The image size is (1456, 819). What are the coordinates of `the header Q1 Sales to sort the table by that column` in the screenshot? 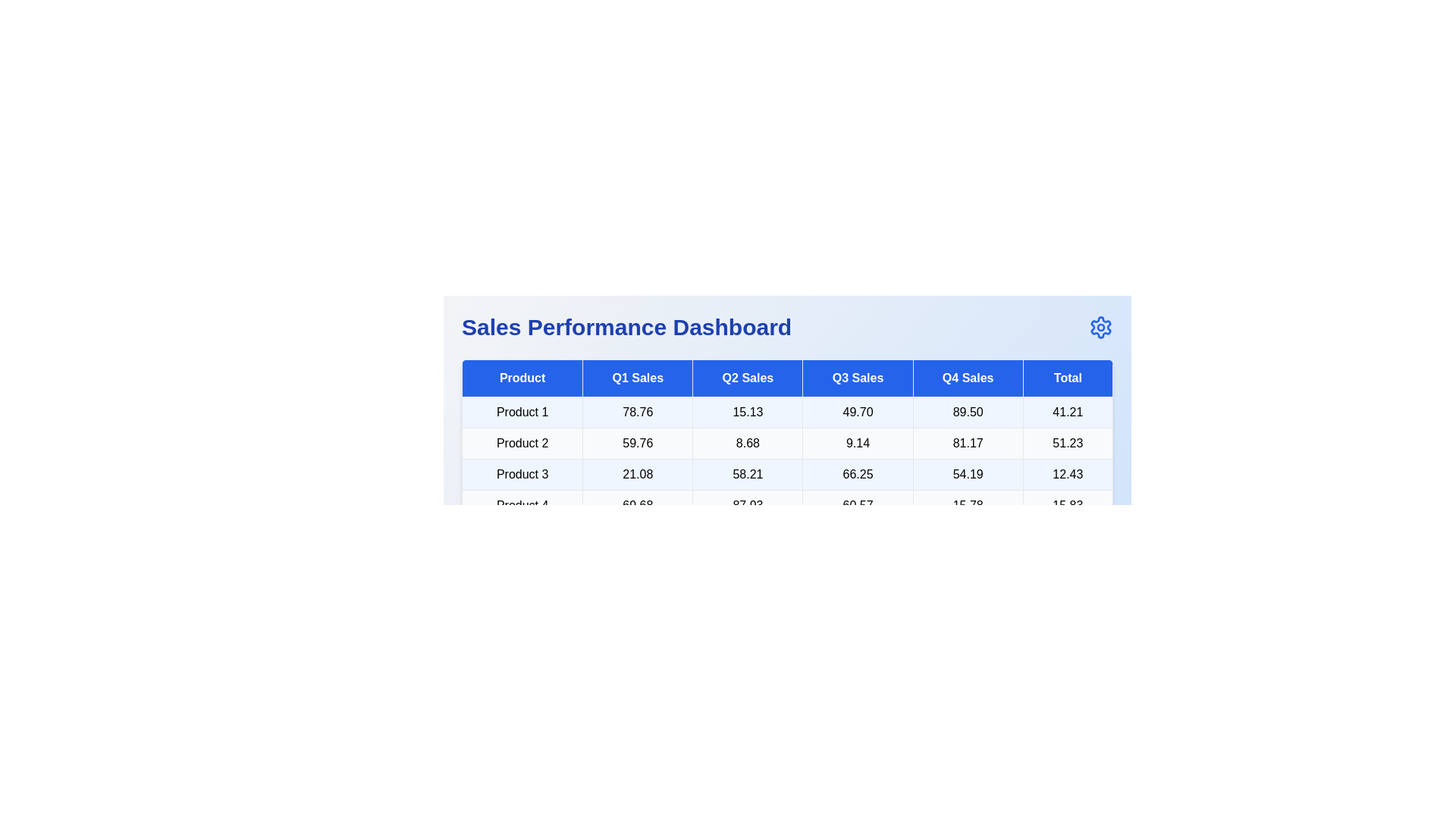 It's located at (637, 377).